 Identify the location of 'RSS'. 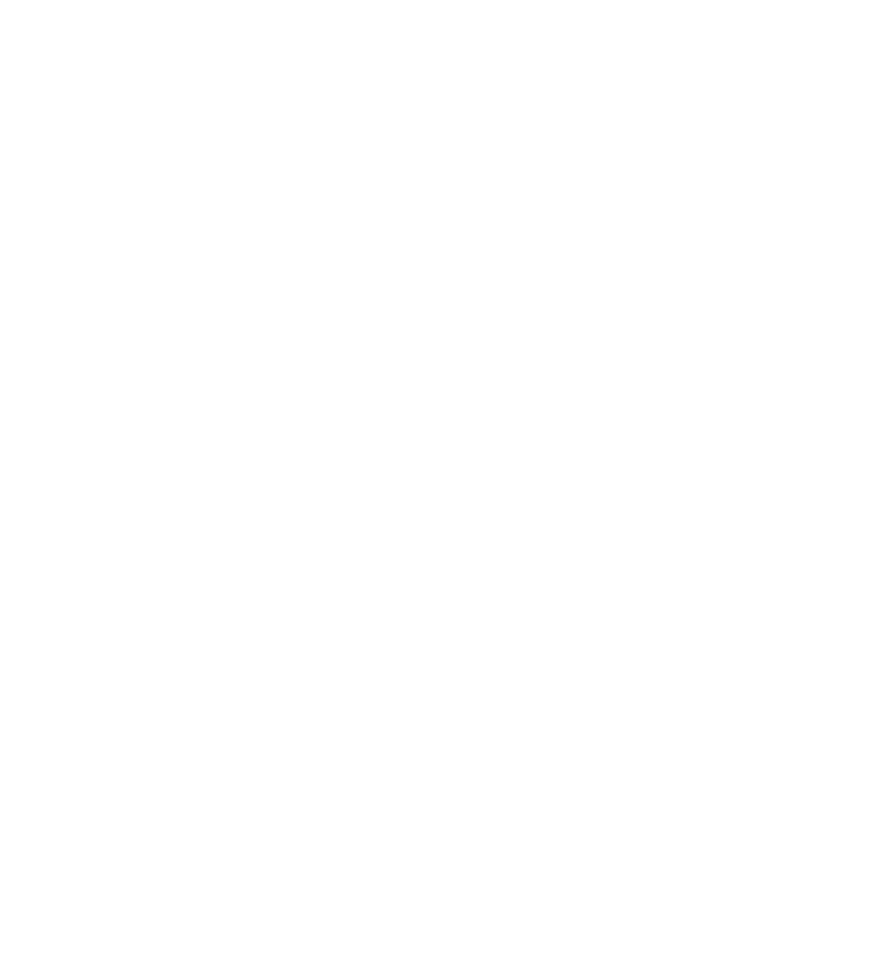
(382, 796).